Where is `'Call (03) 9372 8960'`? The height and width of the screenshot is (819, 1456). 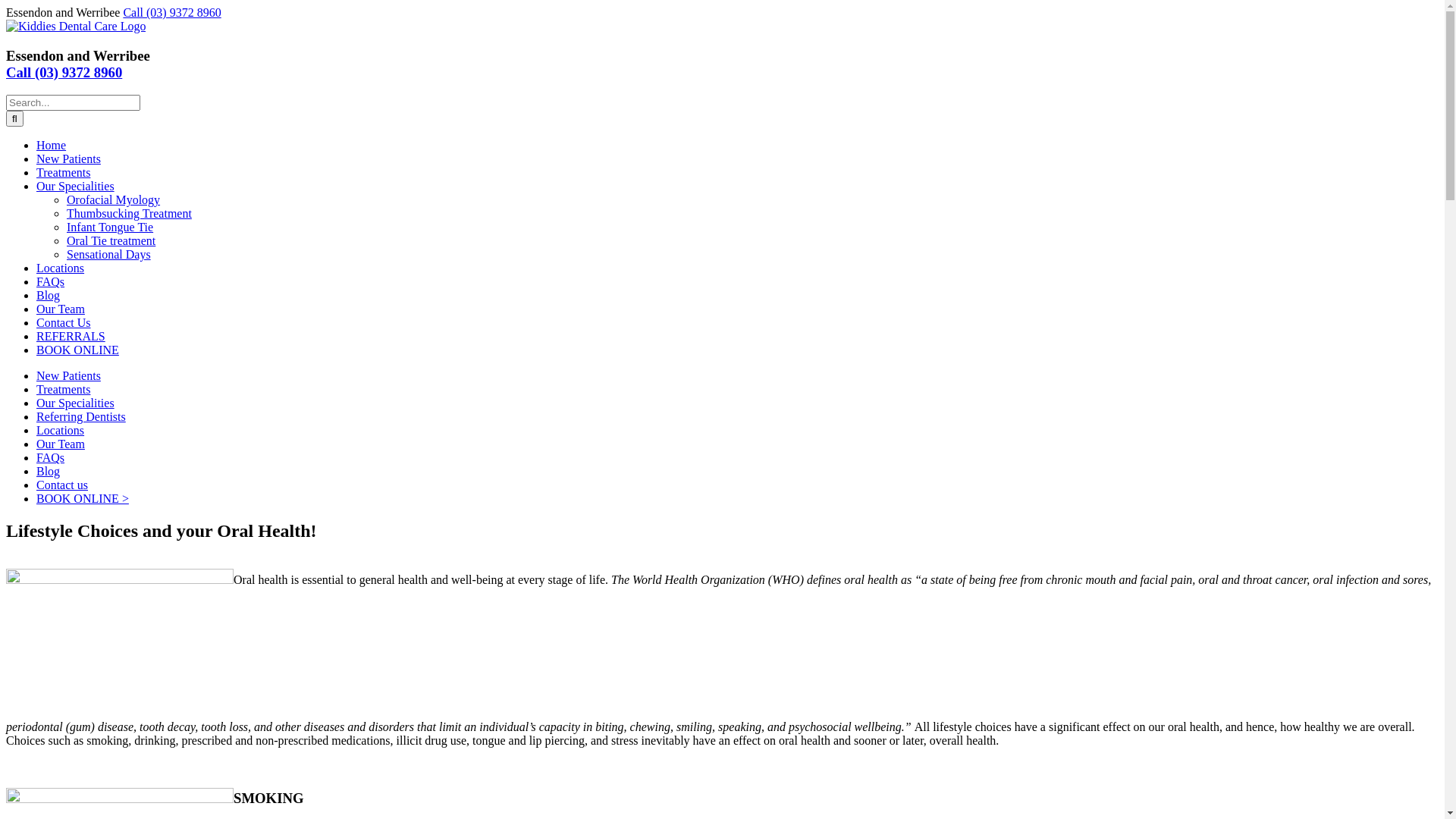
'Call (03) 9372 8960' is located at coordinates (171, 12).